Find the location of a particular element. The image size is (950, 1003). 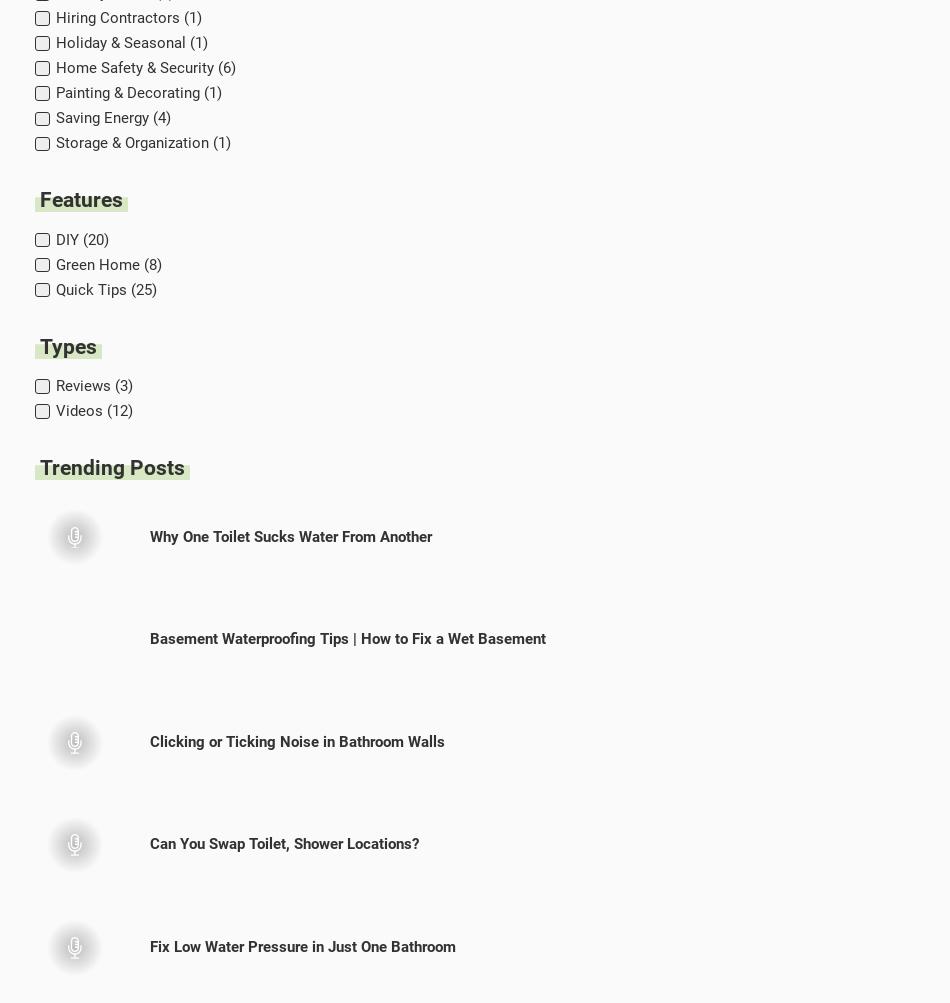

'Green Home (8)' is located at coordinates (108, 264).